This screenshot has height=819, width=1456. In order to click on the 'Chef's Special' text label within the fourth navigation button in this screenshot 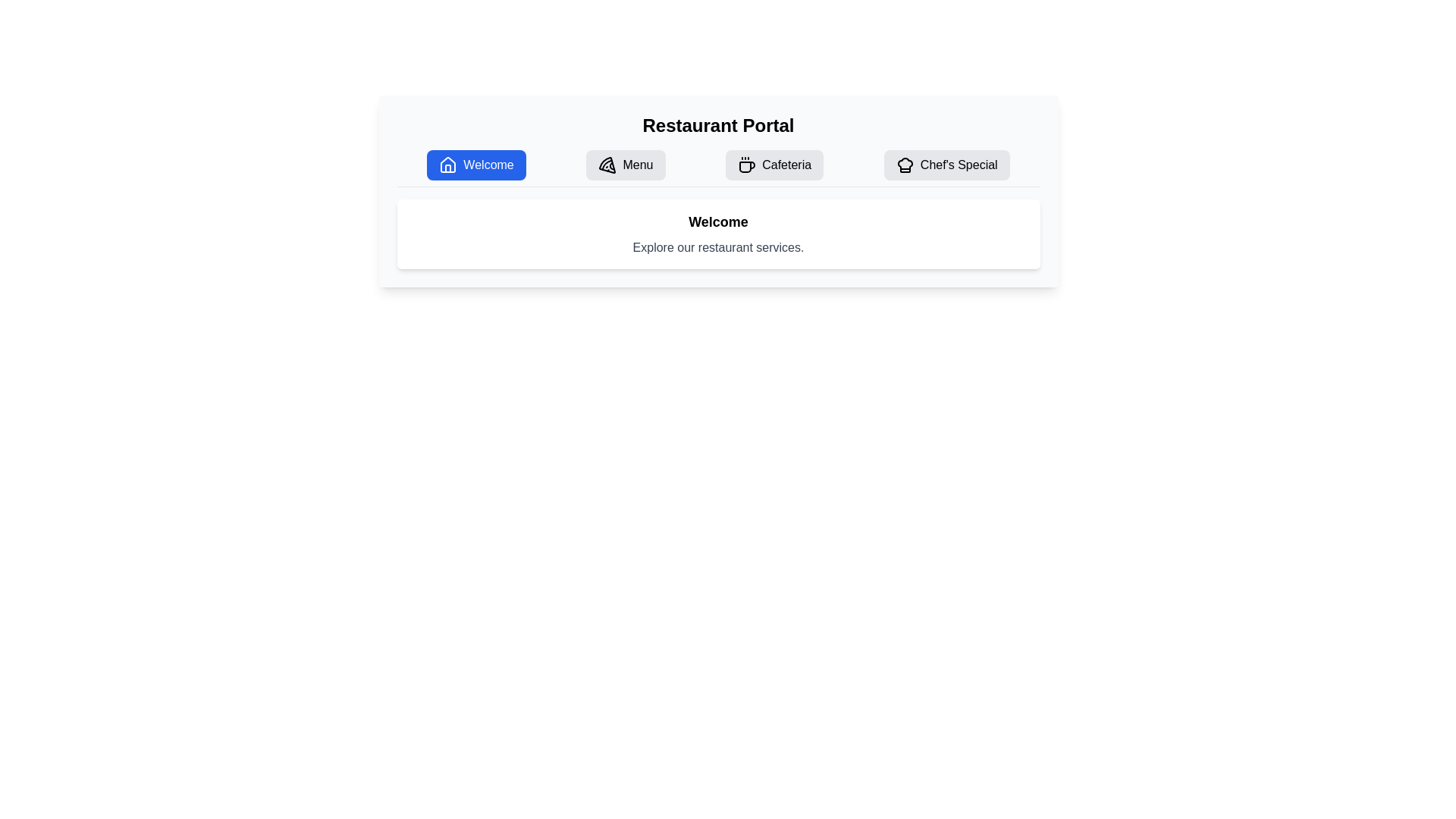, I will do `click(958, 165)`.